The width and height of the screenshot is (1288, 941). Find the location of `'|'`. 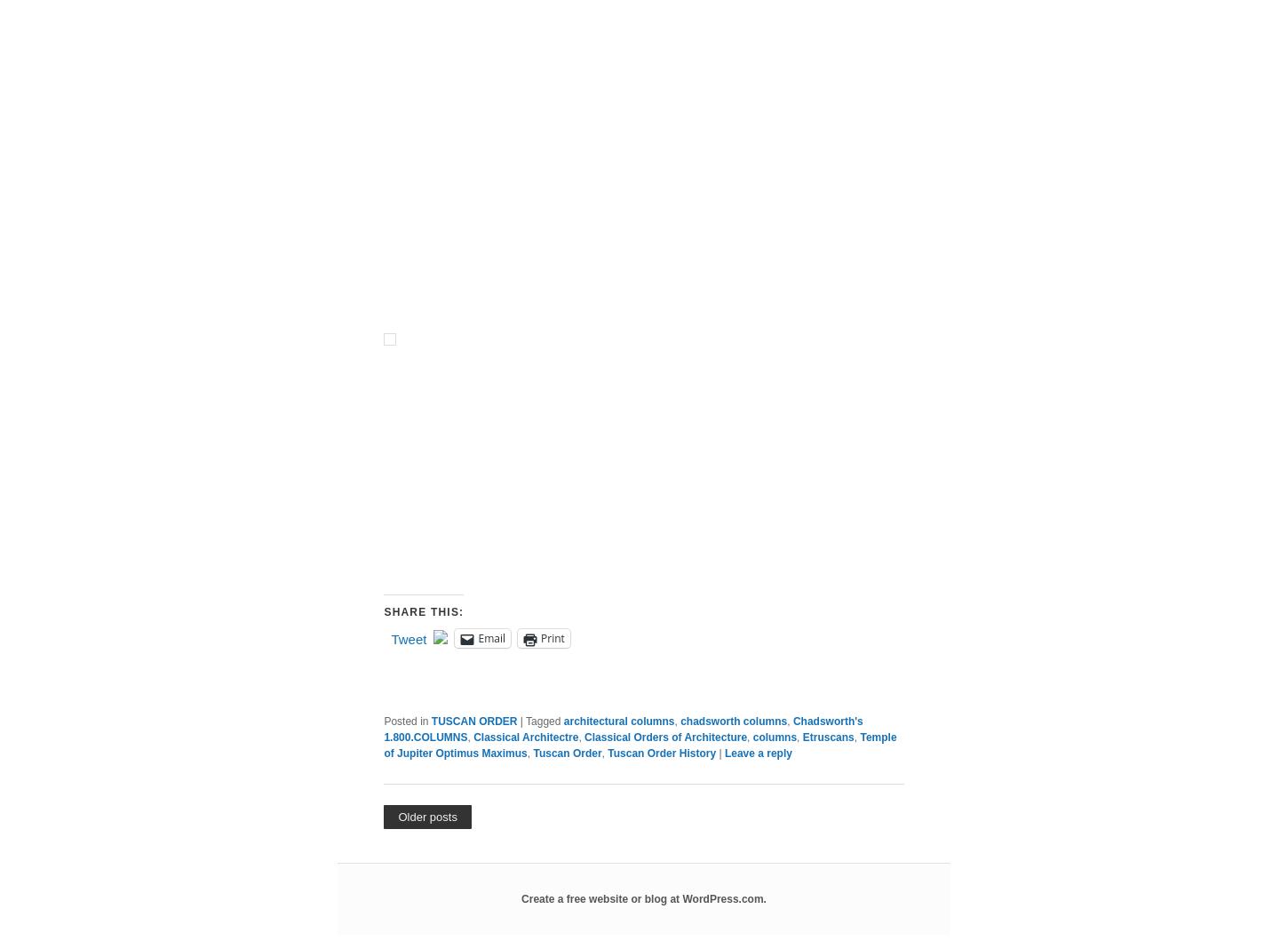

'|' is located at coordinates (702, 440).